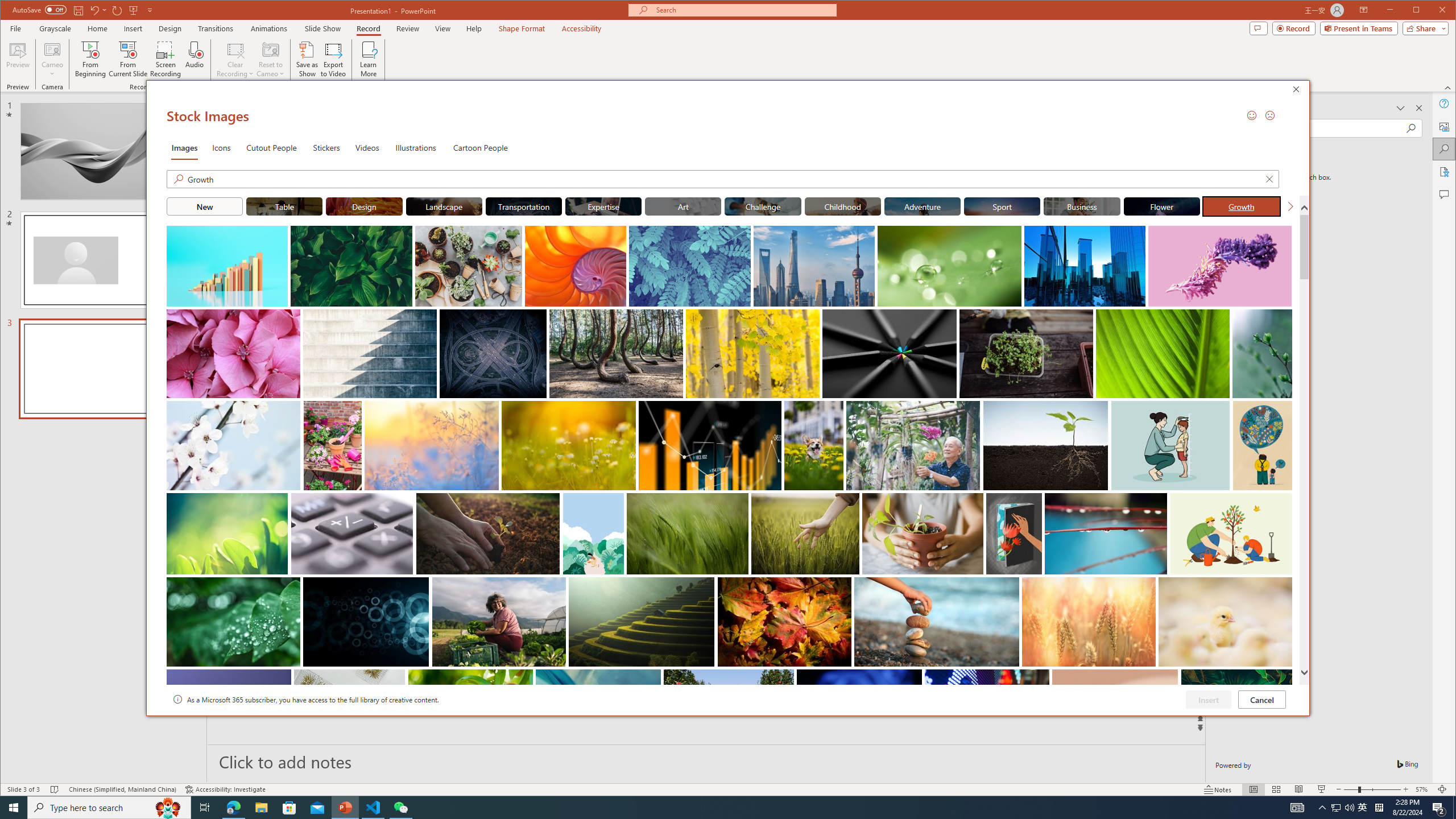 The height and width of the screenshot is (819, 1456). What do you see at coordinates (522, 28) in the screenshot?
I see `'Shape Format'` at bounding box center [522, 28].